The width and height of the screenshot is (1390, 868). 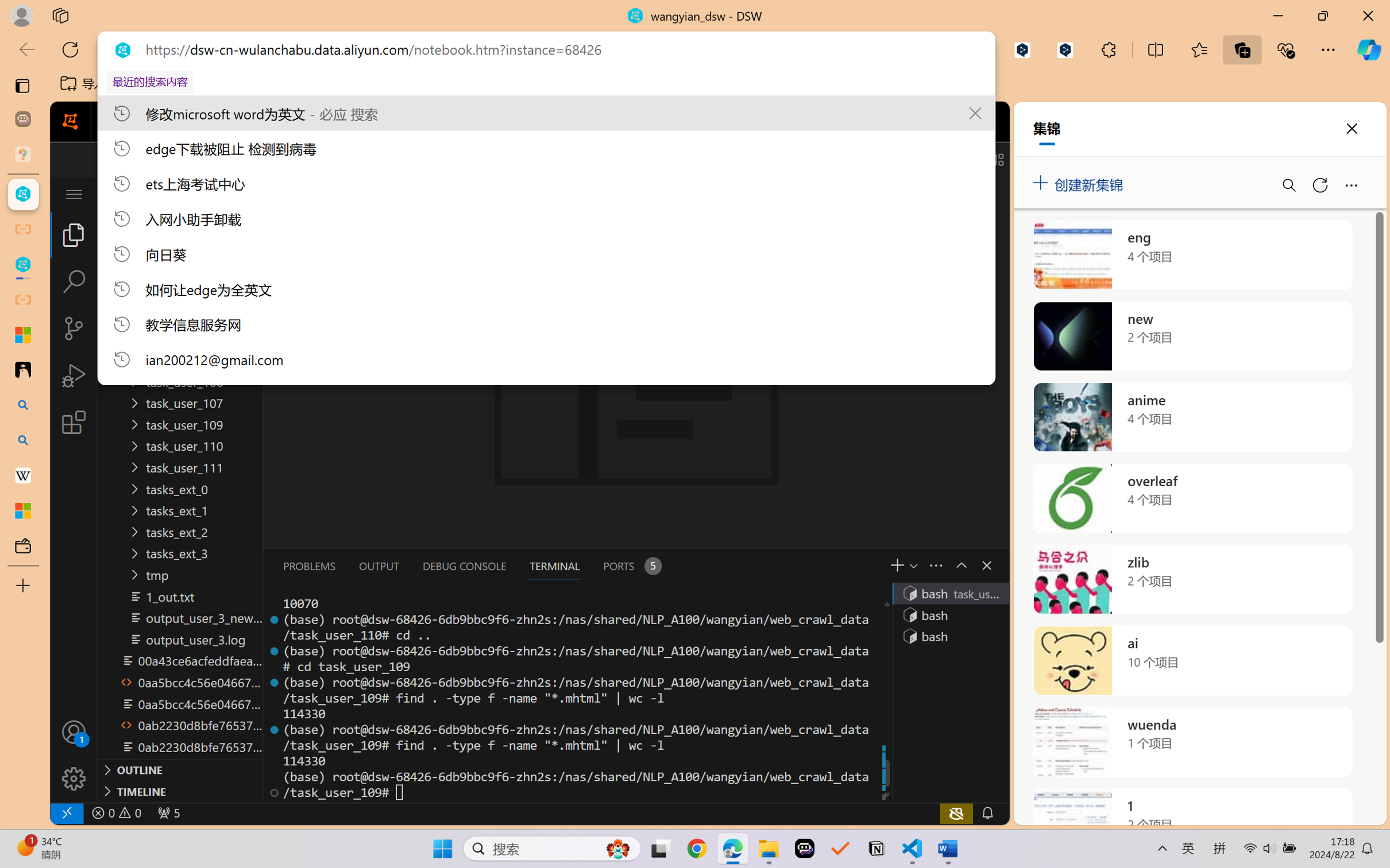 I want to click on 'Class: menubar compact overflow-menu-only inactive', so click(x=73, y=193).